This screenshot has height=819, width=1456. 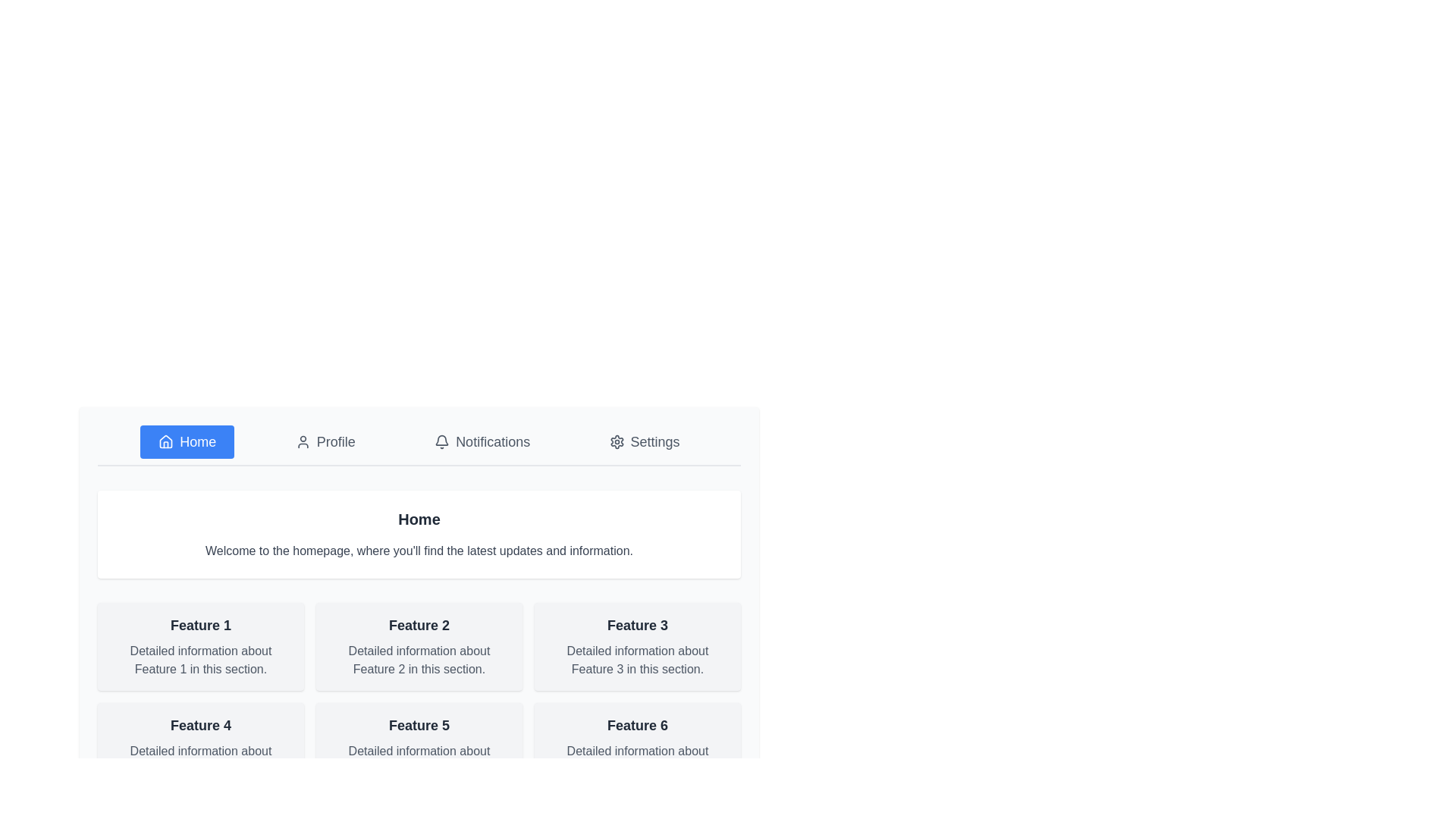 I want to click on the settings icon located in the upper right section of the navigation bar, so click(x=617, y=441).